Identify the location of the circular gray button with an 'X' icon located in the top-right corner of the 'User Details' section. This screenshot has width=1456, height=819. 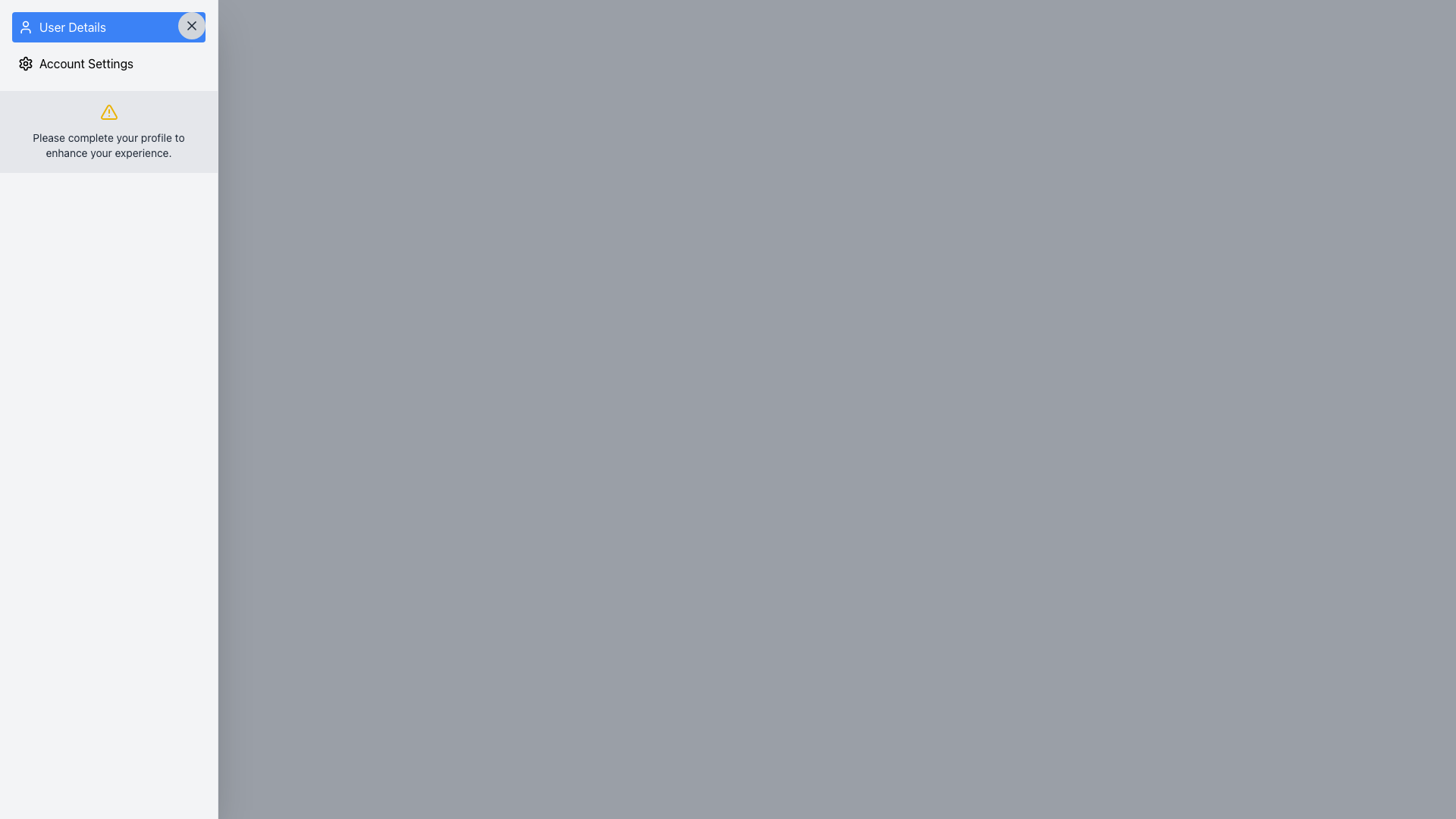
(191, 26).